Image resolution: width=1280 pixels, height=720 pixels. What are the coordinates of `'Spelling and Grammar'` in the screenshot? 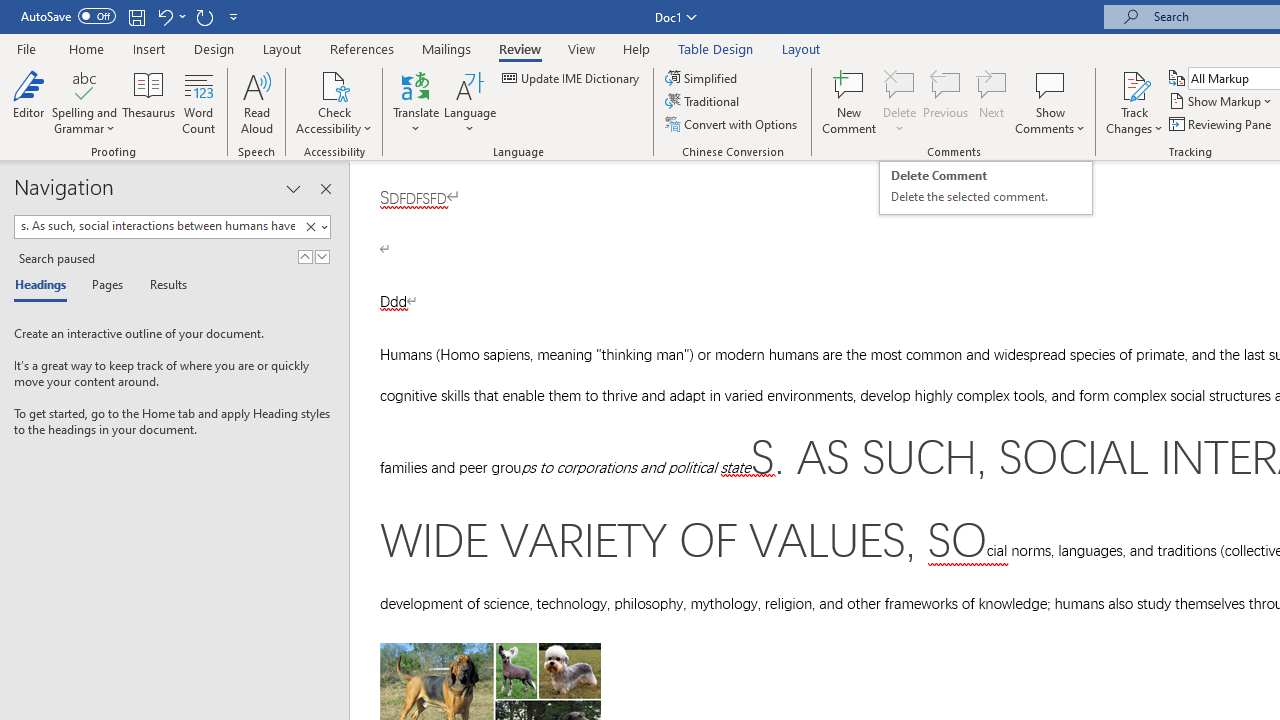 It's located at (84, 84).